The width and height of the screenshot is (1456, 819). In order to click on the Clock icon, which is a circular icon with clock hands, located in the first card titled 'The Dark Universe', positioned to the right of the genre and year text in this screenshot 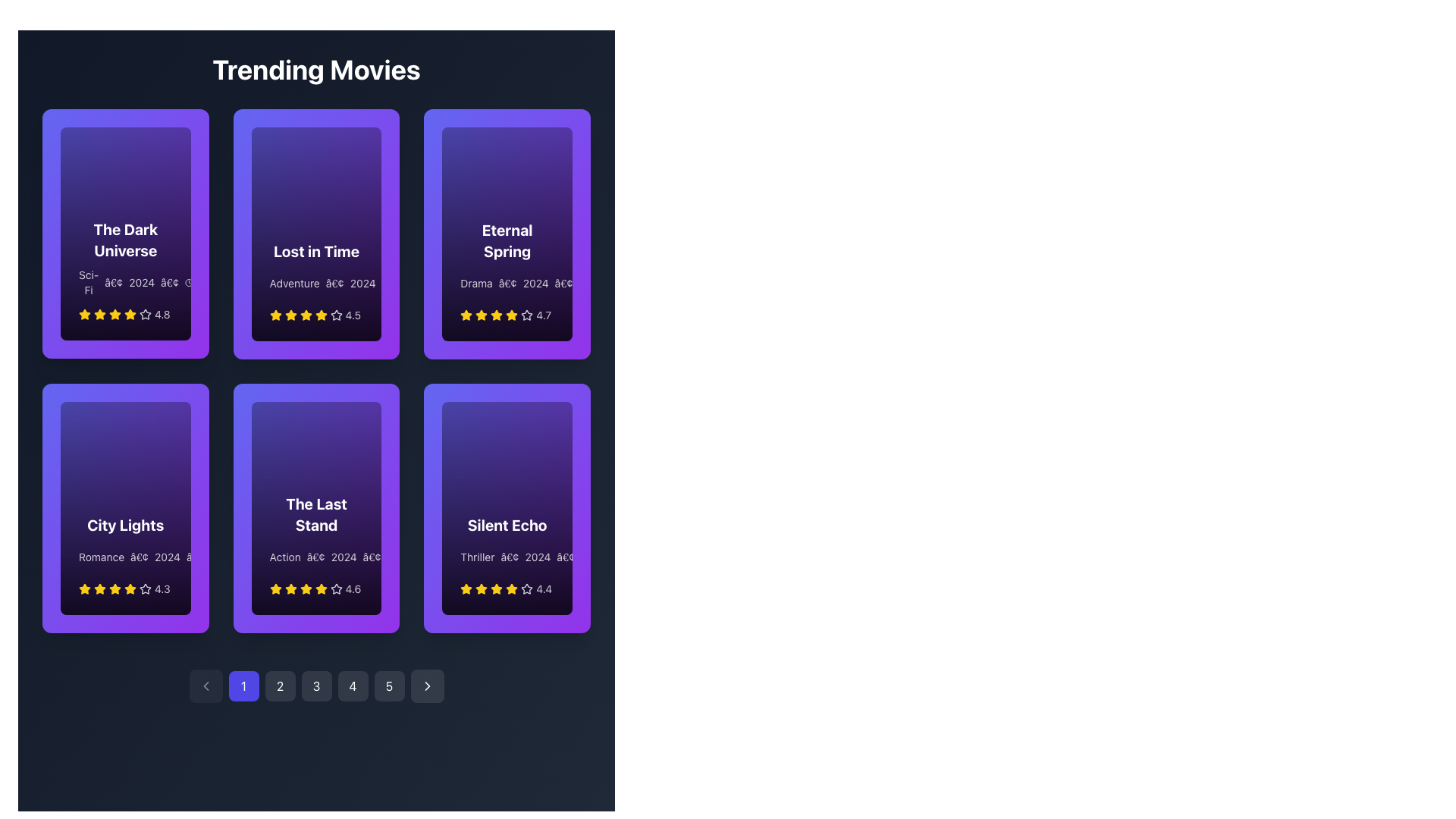, I will do `click(188, 283)`.